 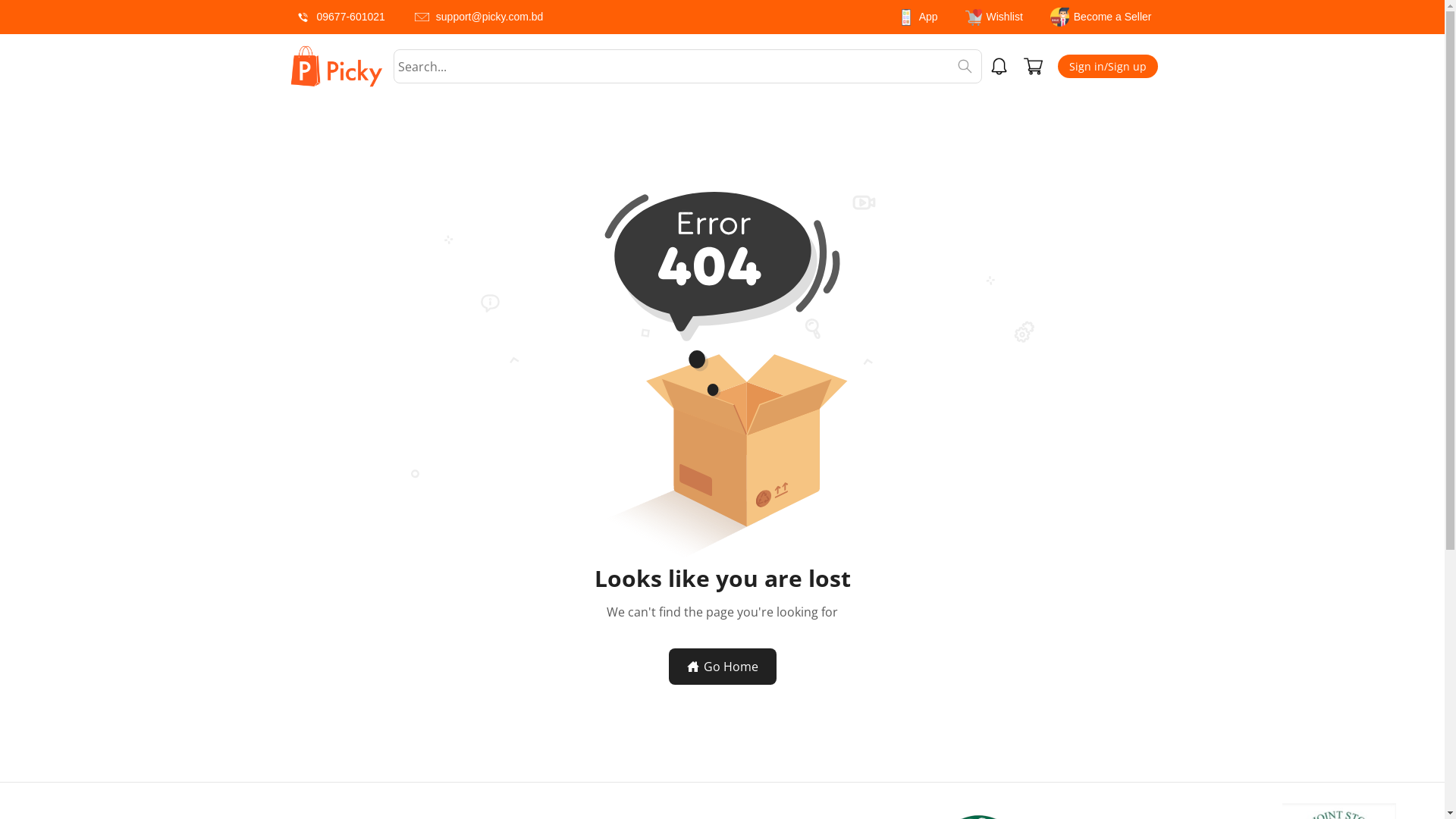 What do you see at coordinates (917, 17) in the screenshot?
I see `'App'` at bounding box center [917, 17].